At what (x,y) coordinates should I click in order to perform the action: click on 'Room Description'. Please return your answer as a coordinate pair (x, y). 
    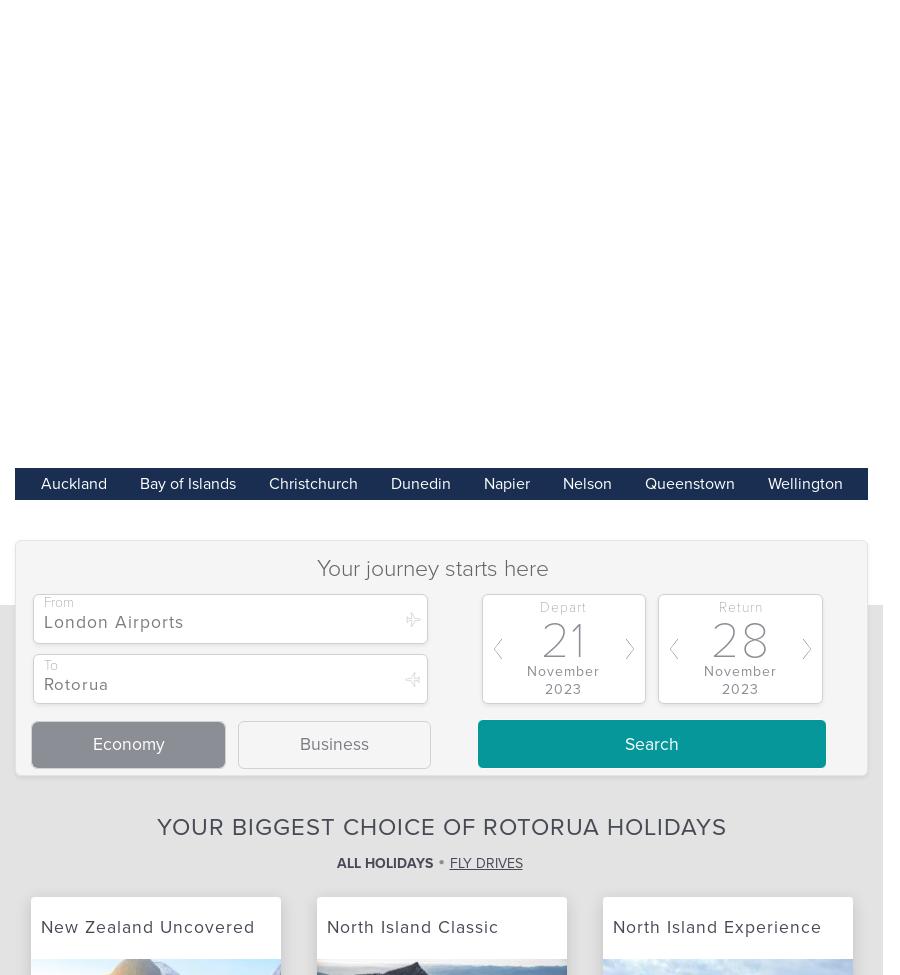
    Looking at the image, I should click on (189, 555).